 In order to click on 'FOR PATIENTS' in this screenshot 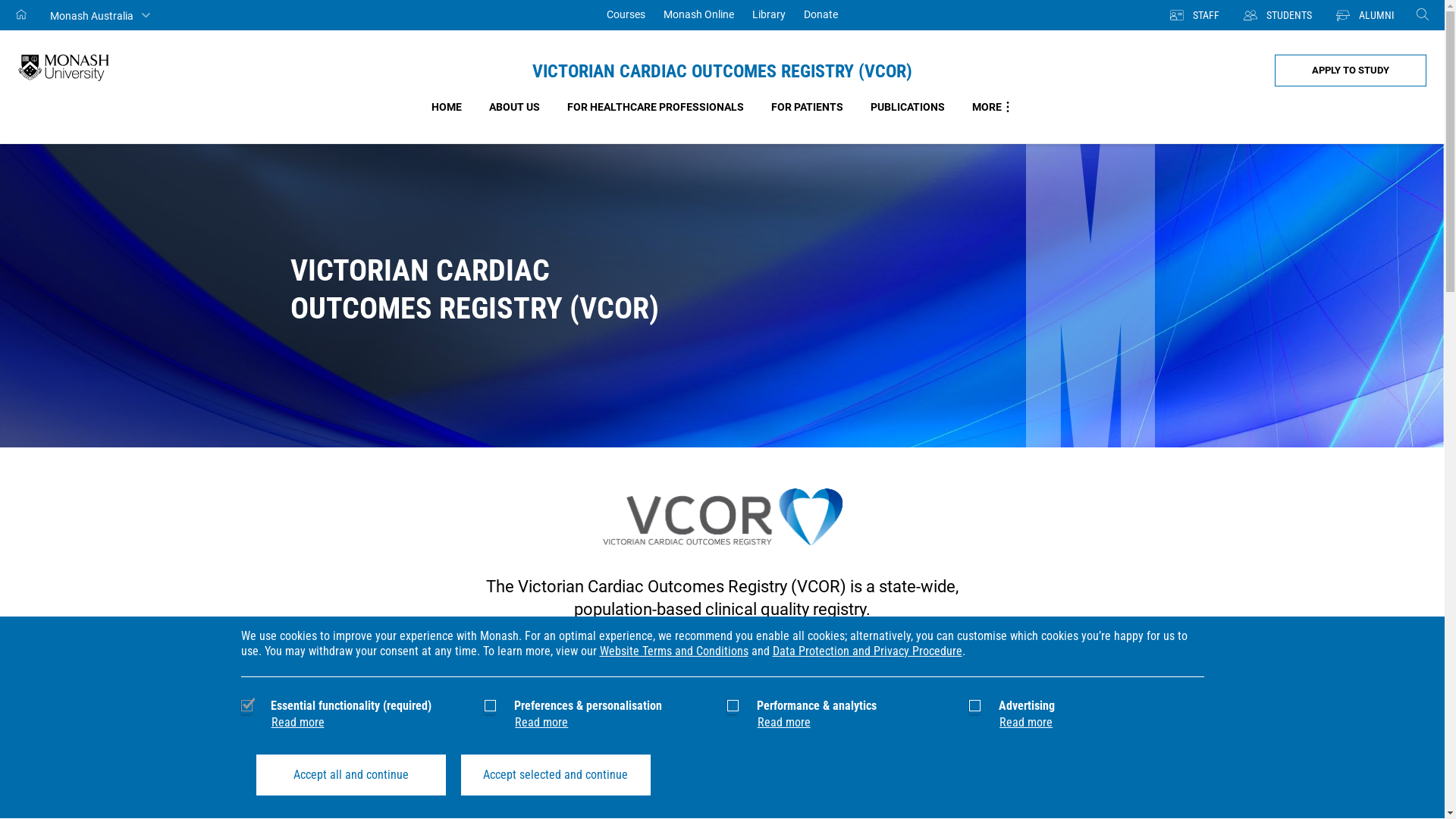, I will do `click(805, 106)`.